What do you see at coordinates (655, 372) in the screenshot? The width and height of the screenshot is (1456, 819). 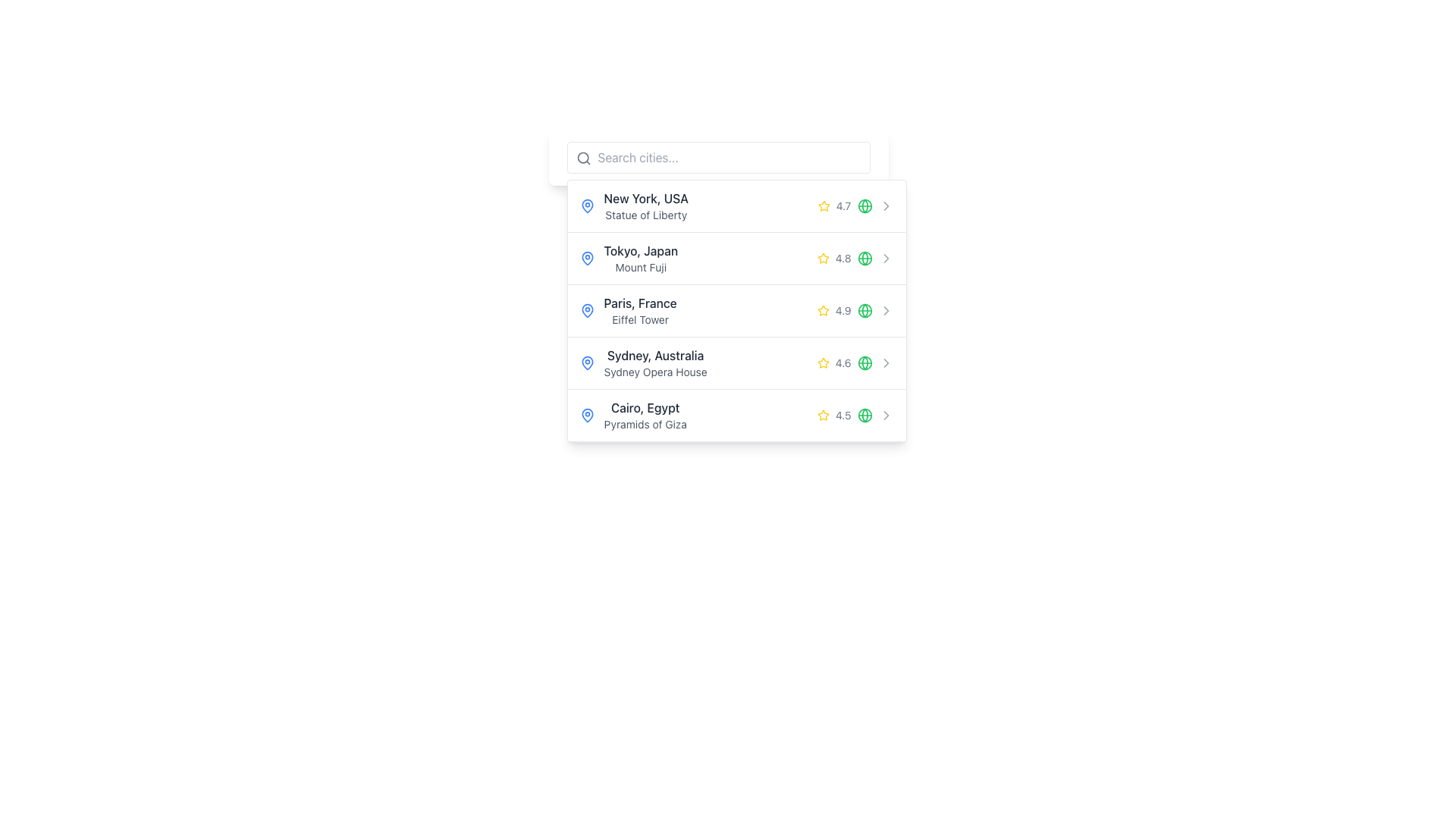 I see `the static text label displaying 'Sydney Opera House', which is a smaller light gray text located below 'Sydney, Australia' in the fourth row of the landmarks list` at bounding box center [655, 372].